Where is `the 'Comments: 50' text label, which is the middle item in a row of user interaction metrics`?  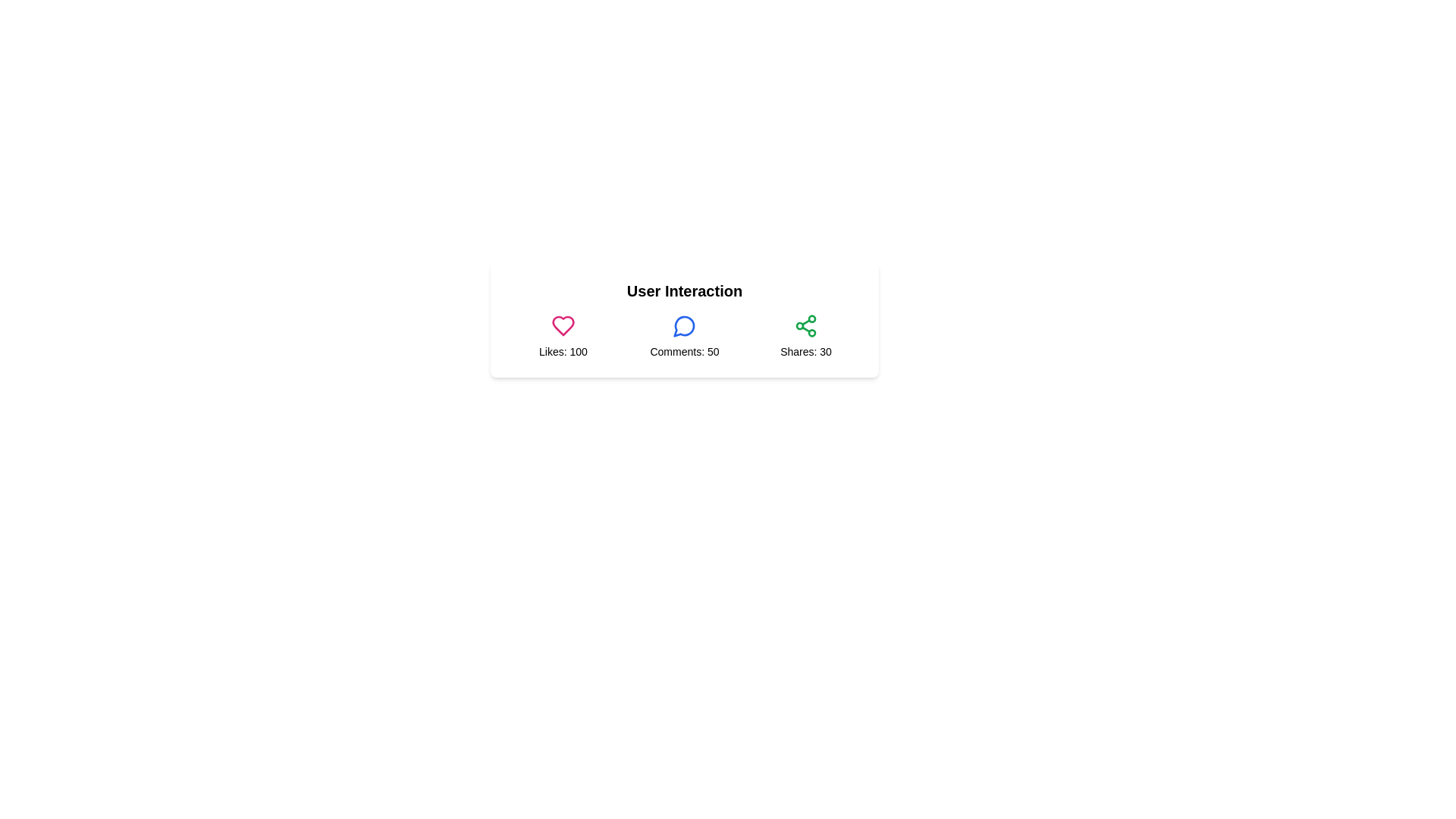 the 'Comments: 50' text label, which is the middle item in a row of user interaction metrics is located at coordinates (683, 335).